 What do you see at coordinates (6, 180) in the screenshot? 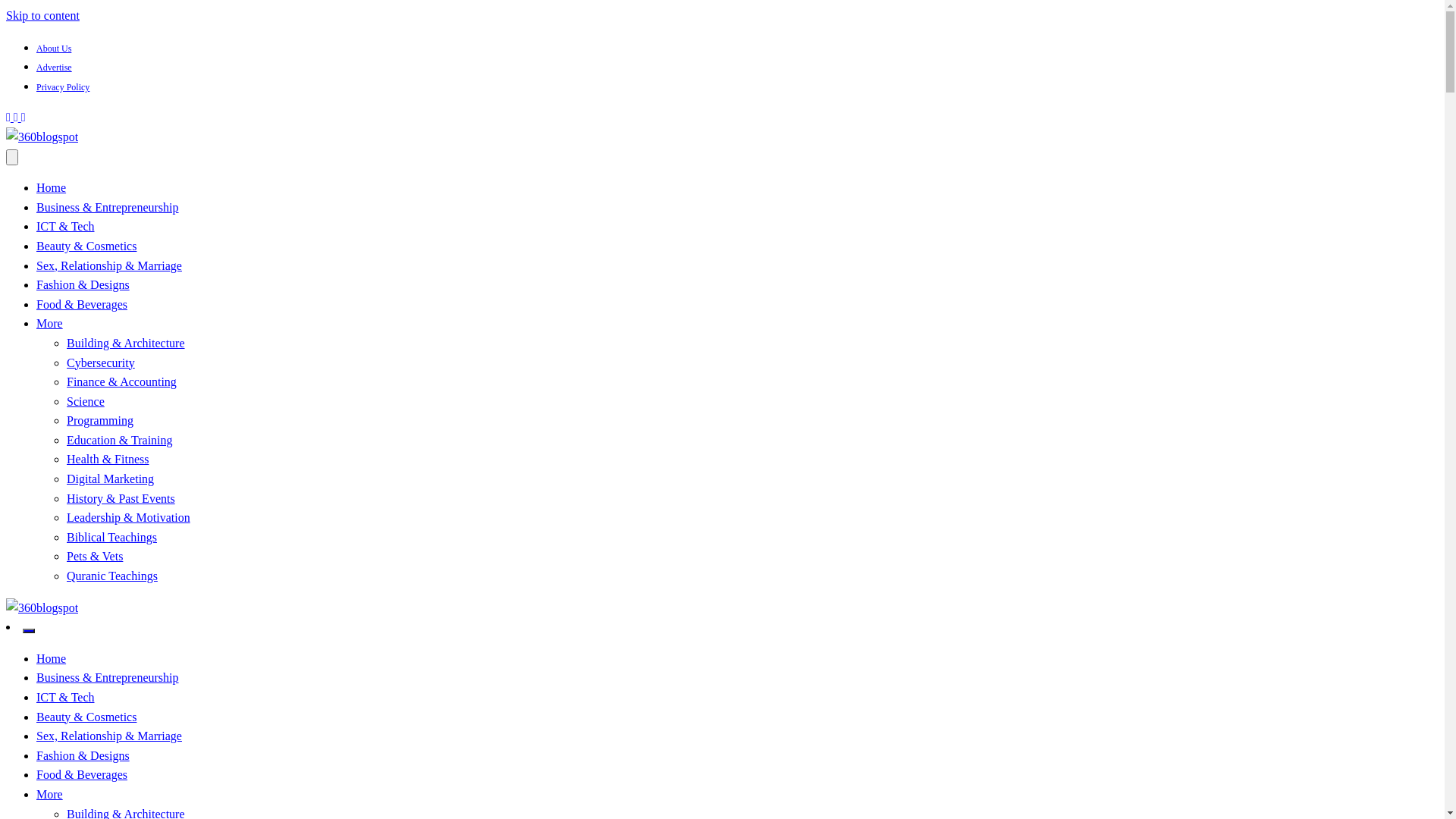
I see `'360blogspot'` at bounding box center [6, 180].